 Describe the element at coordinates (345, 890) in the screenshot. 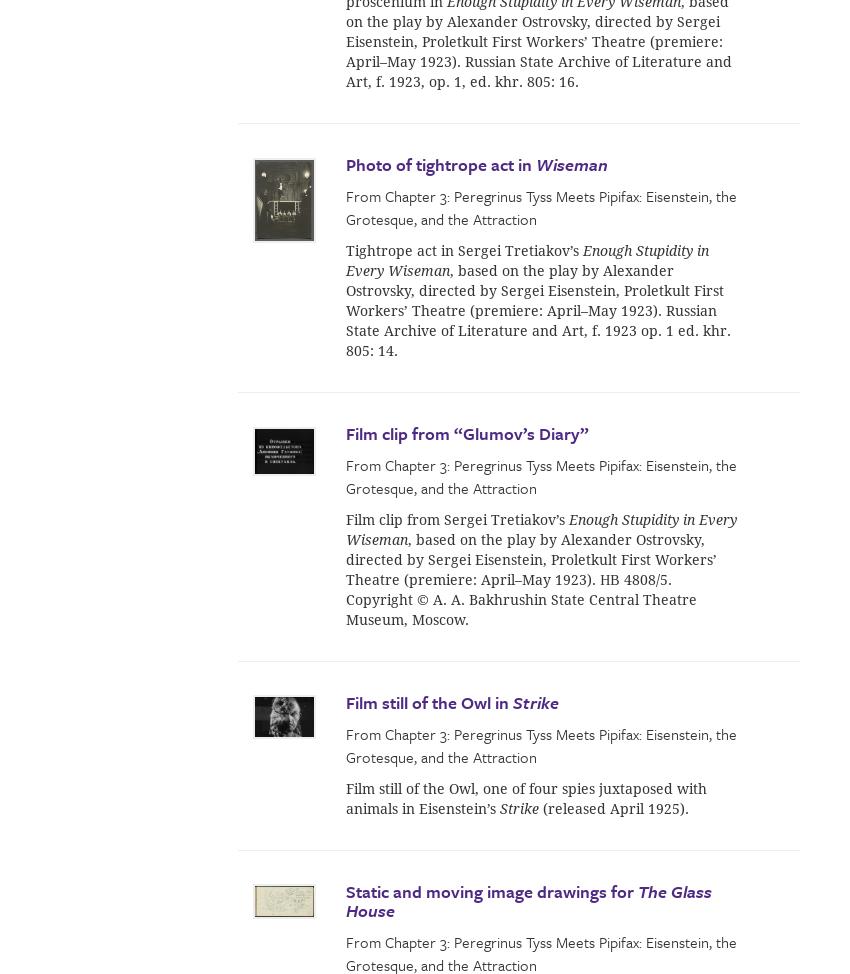

I see `'Static and moving image drawings for'` at that location.